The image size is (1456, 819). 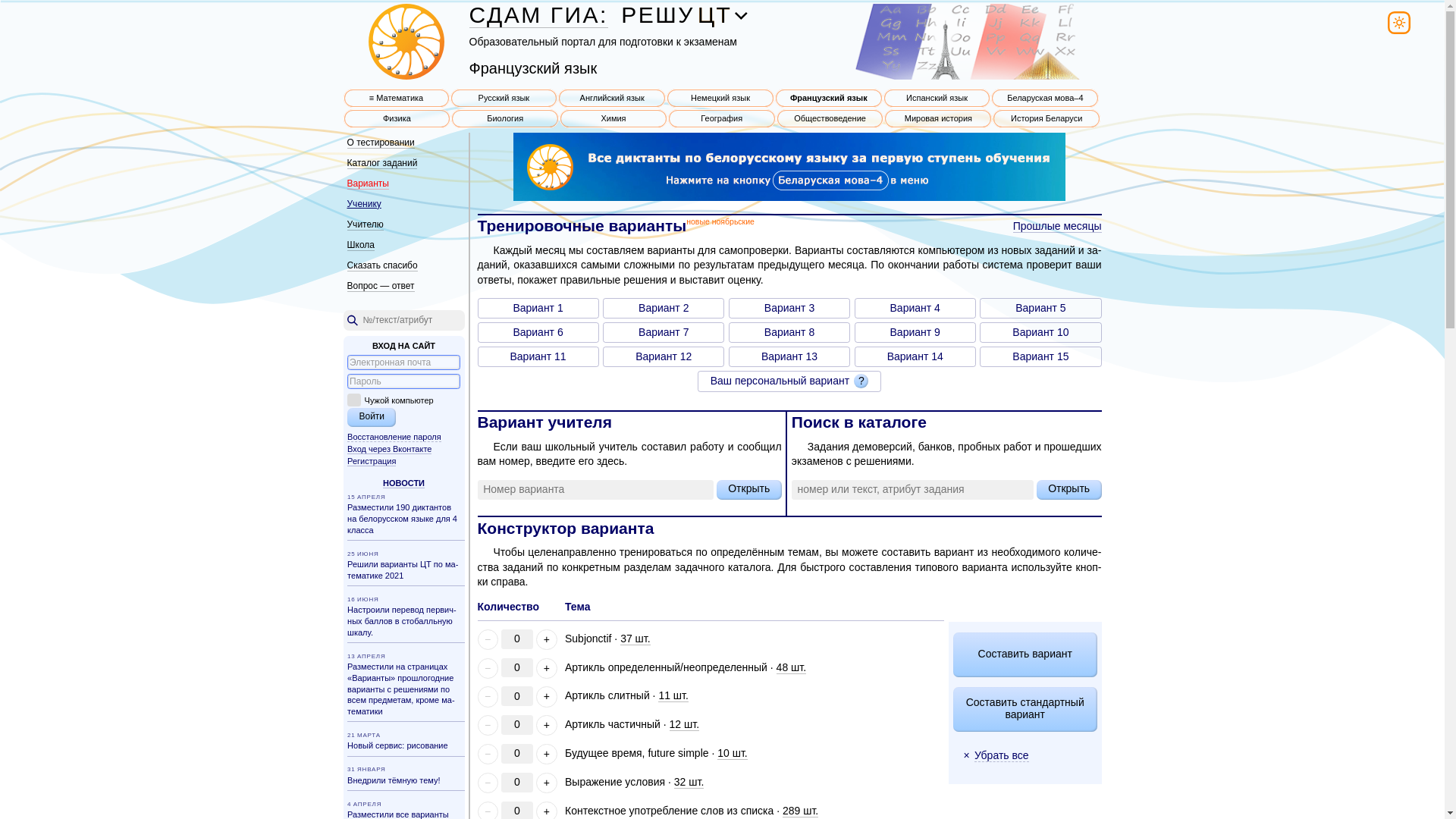 What do you see at coordinates (546, 724) in the screenshot?
I see `'+'` at bounding box center [546, 724].